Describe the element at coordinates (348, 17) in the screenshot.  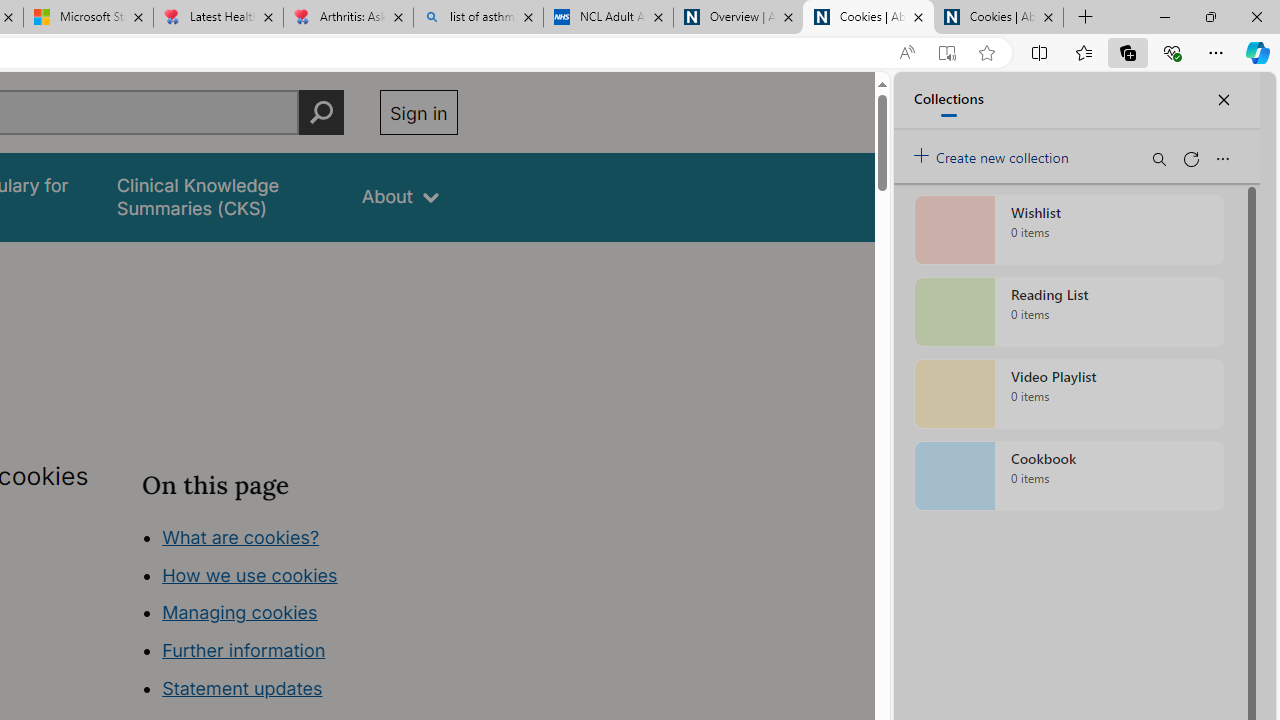
I see `'Arthritis: Ask Health Professionals'` at that location.